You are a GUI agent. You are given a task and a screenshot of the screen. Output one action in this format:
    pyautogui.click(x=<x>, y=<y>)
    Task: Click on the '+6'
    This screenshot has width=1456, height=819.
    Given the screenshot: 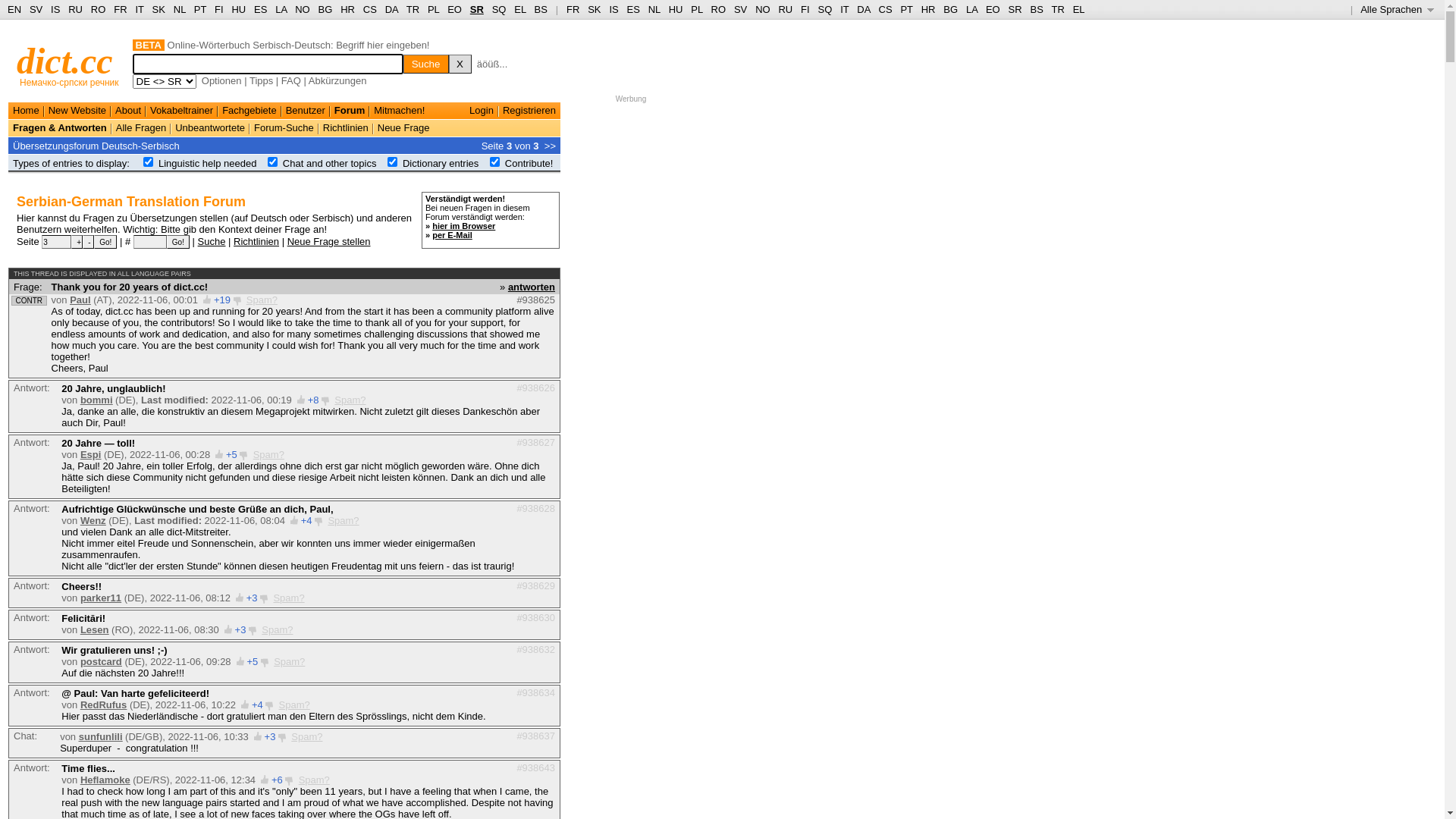 What is the action you would take?
    pyautogui.click(x=271, y=780)
    